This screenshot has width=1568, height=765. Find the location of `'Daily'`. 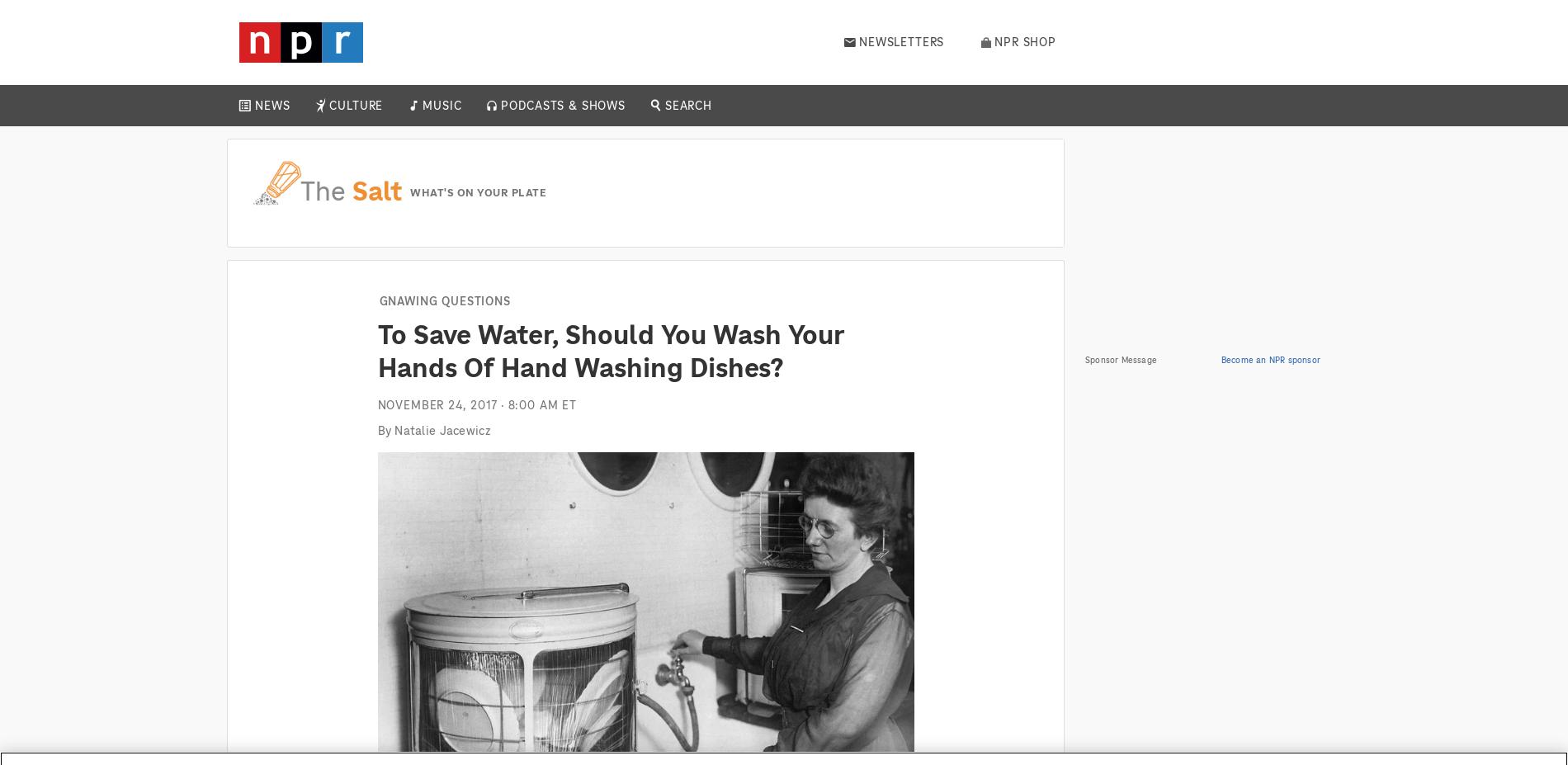

'Daily' is located at coordinates (517, 150).